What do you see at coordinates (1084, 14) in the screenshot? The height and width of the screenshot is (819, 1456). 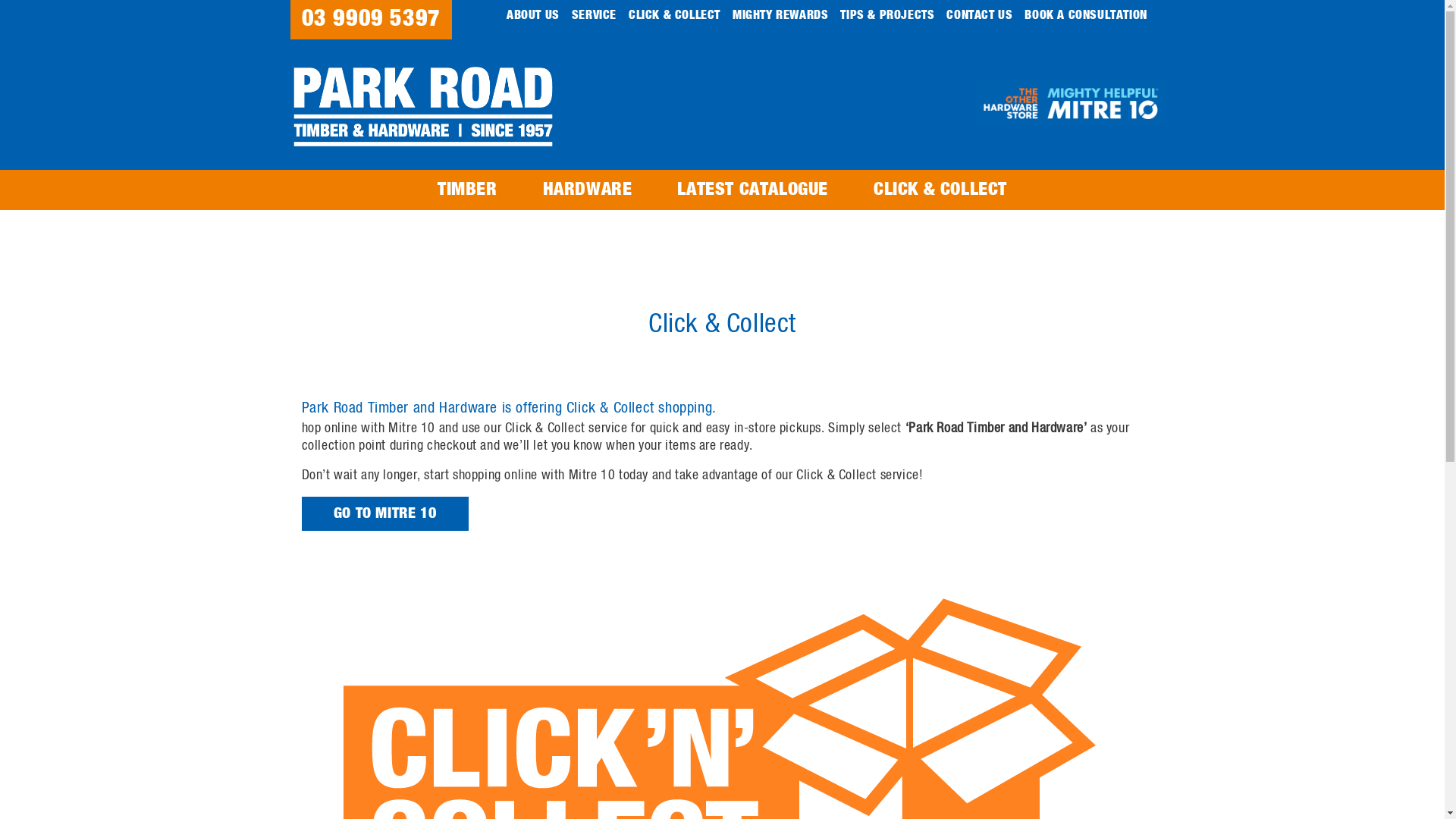 I see `'BOOK A CONSULTATION'` at bounding box center [1084, 14].